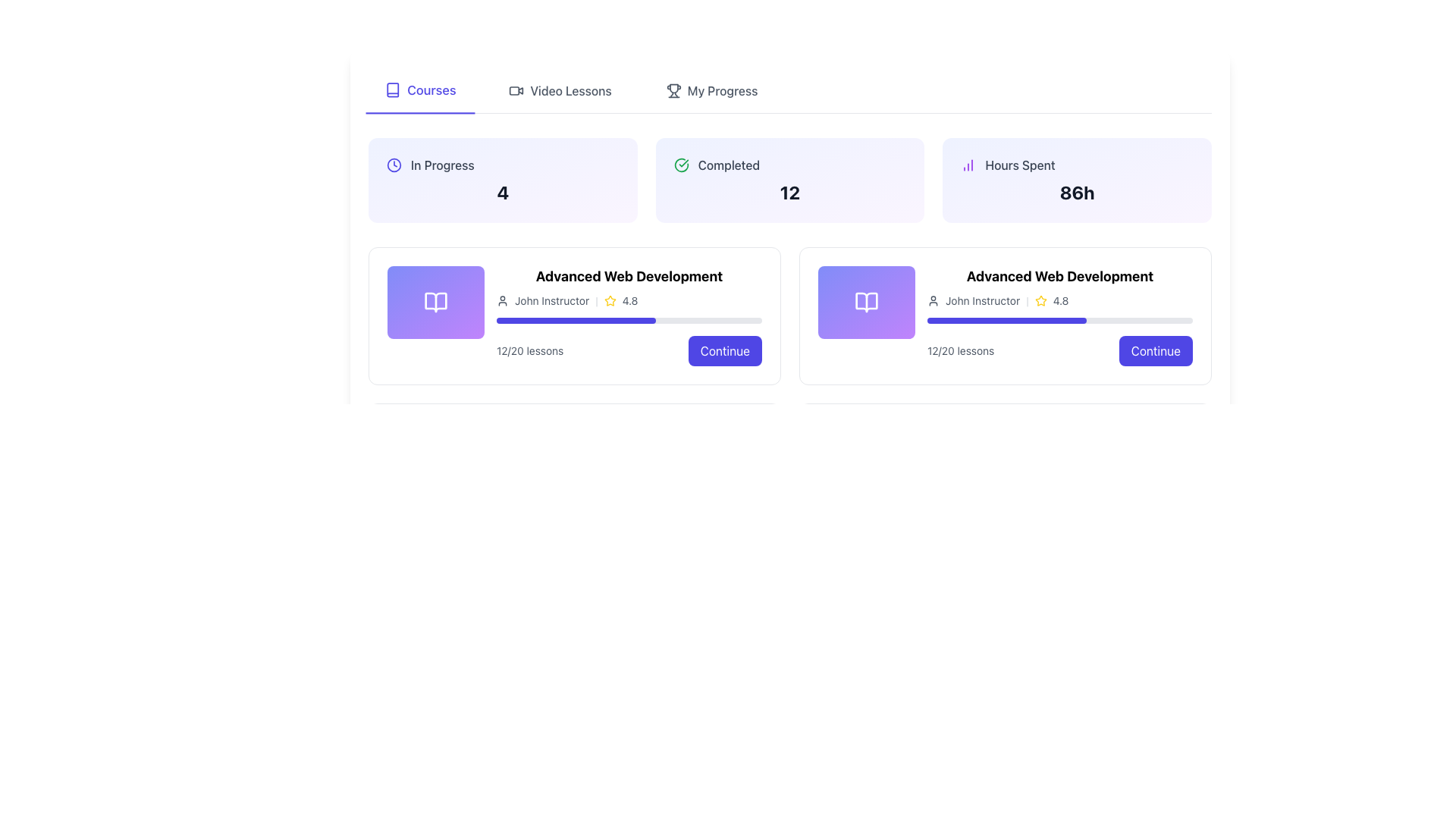 The width and height of the screenshot is (1456, 819). What do you see at coordinates (516, 90) in the screenshot?
I see `the 'Video Lessons' icon located in the navigation bar` at bounding box center [516, 90].